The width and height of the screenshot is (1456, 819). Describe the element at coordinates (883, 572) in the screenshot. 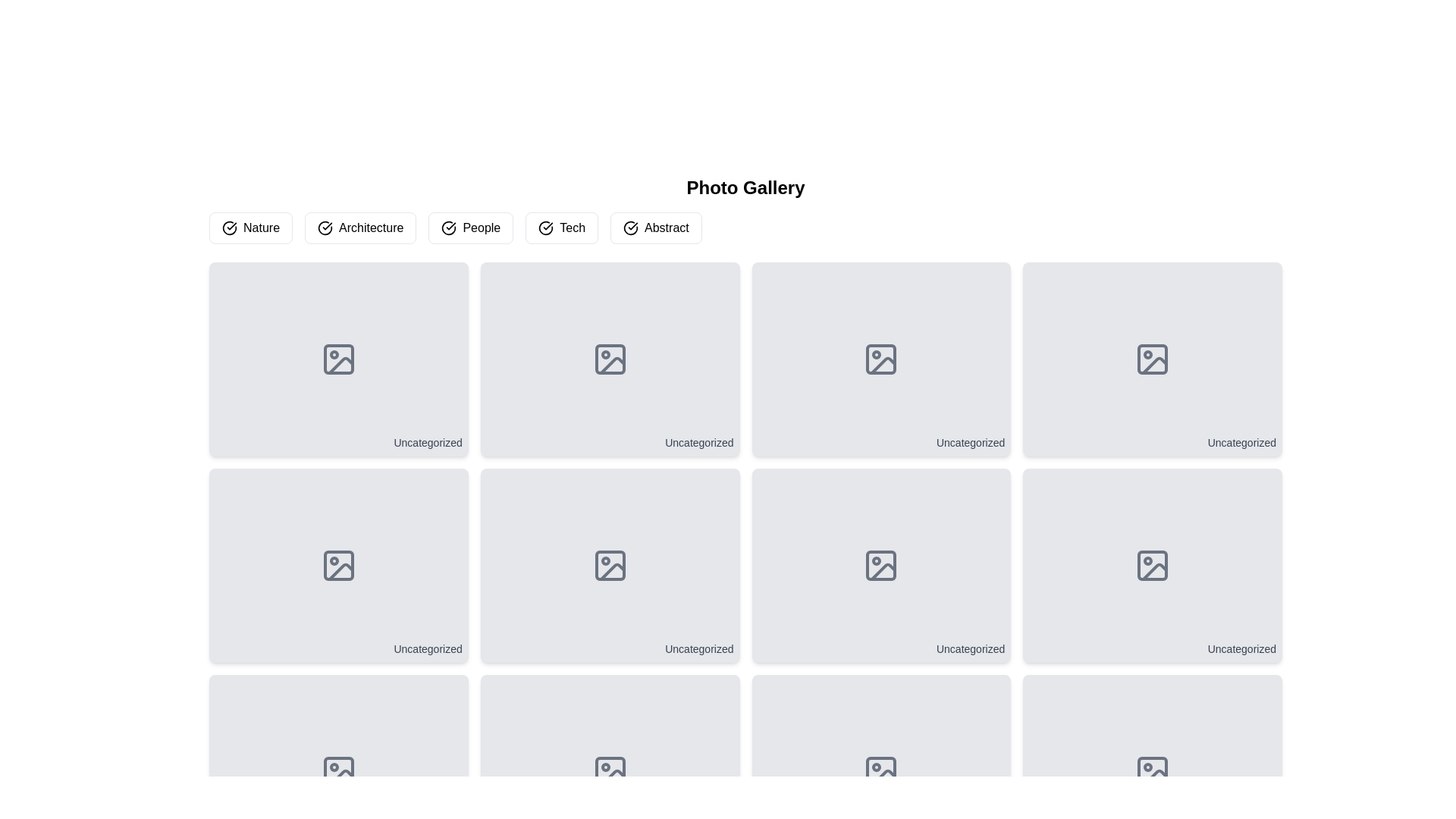

I see `vector graphic icon, which is a grayish square with rounded corners featuring a mountainous outline, located in the third column of the second row in a grid structure` at that location.